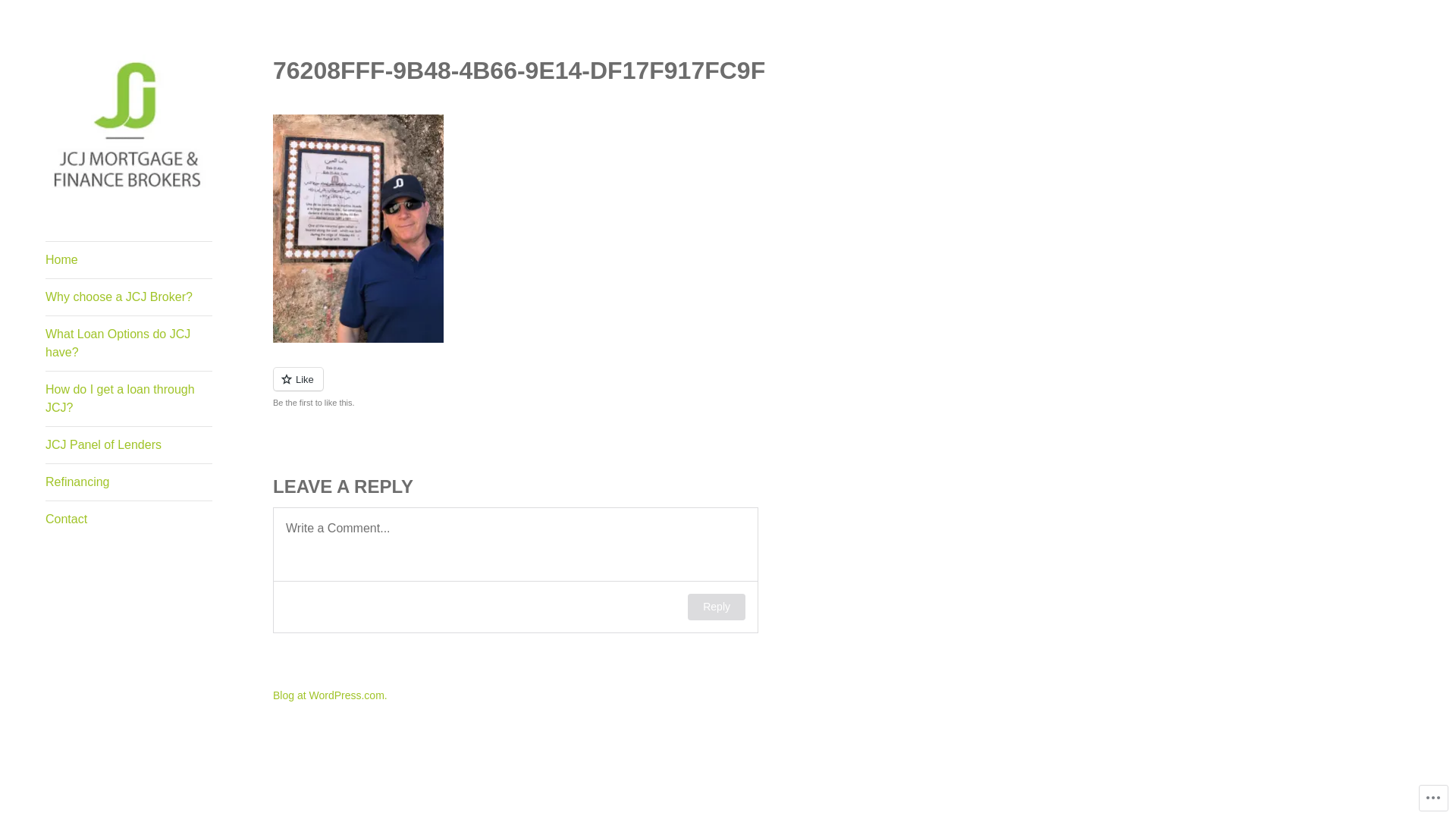 This screenshot has width=1456, height=819. I want to click on 'Why choose a JCJ Broker?', so click(128, 297).